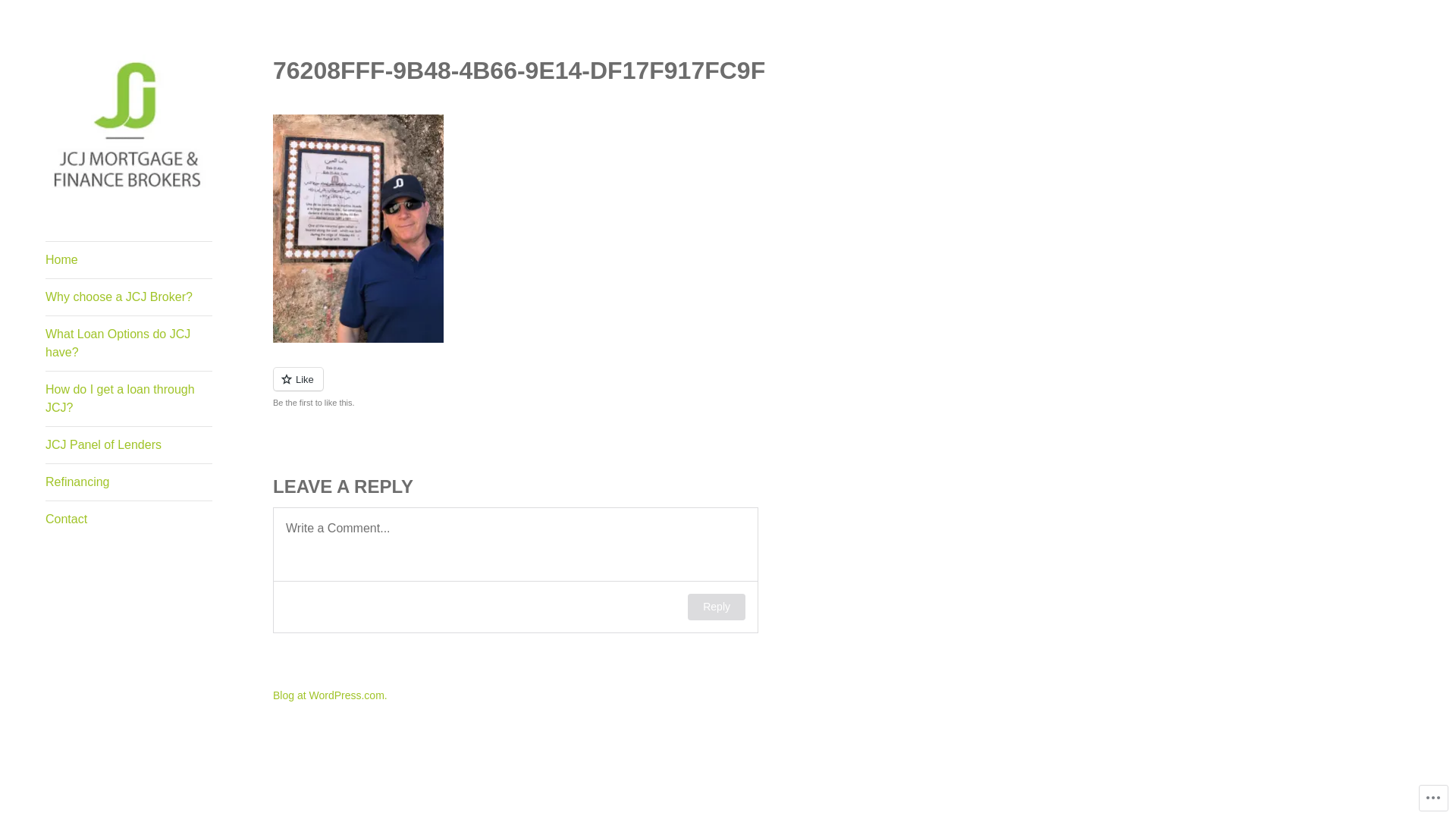 This screenshot has width=1456, height=819. I want to click on 'Why choose a JCJ Broker?', so click(128, 297).